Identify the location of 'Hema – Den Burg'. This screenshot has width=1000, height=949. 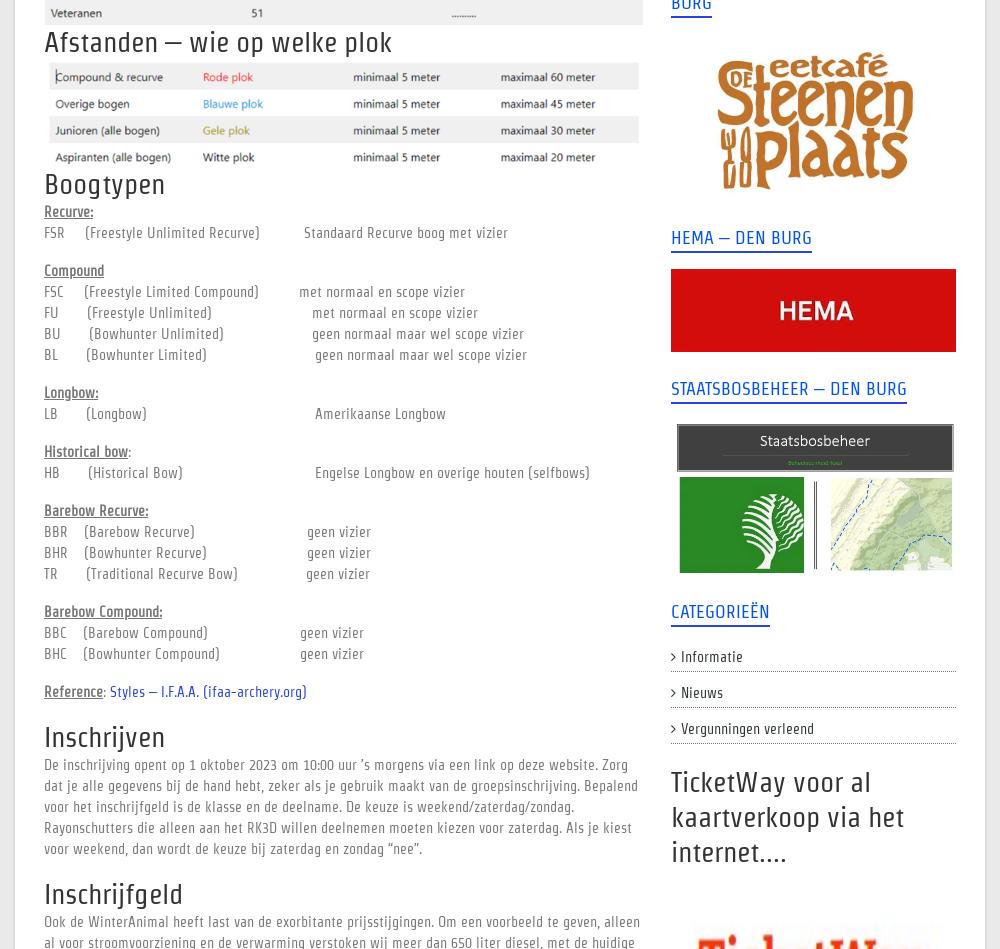
(739, 236).